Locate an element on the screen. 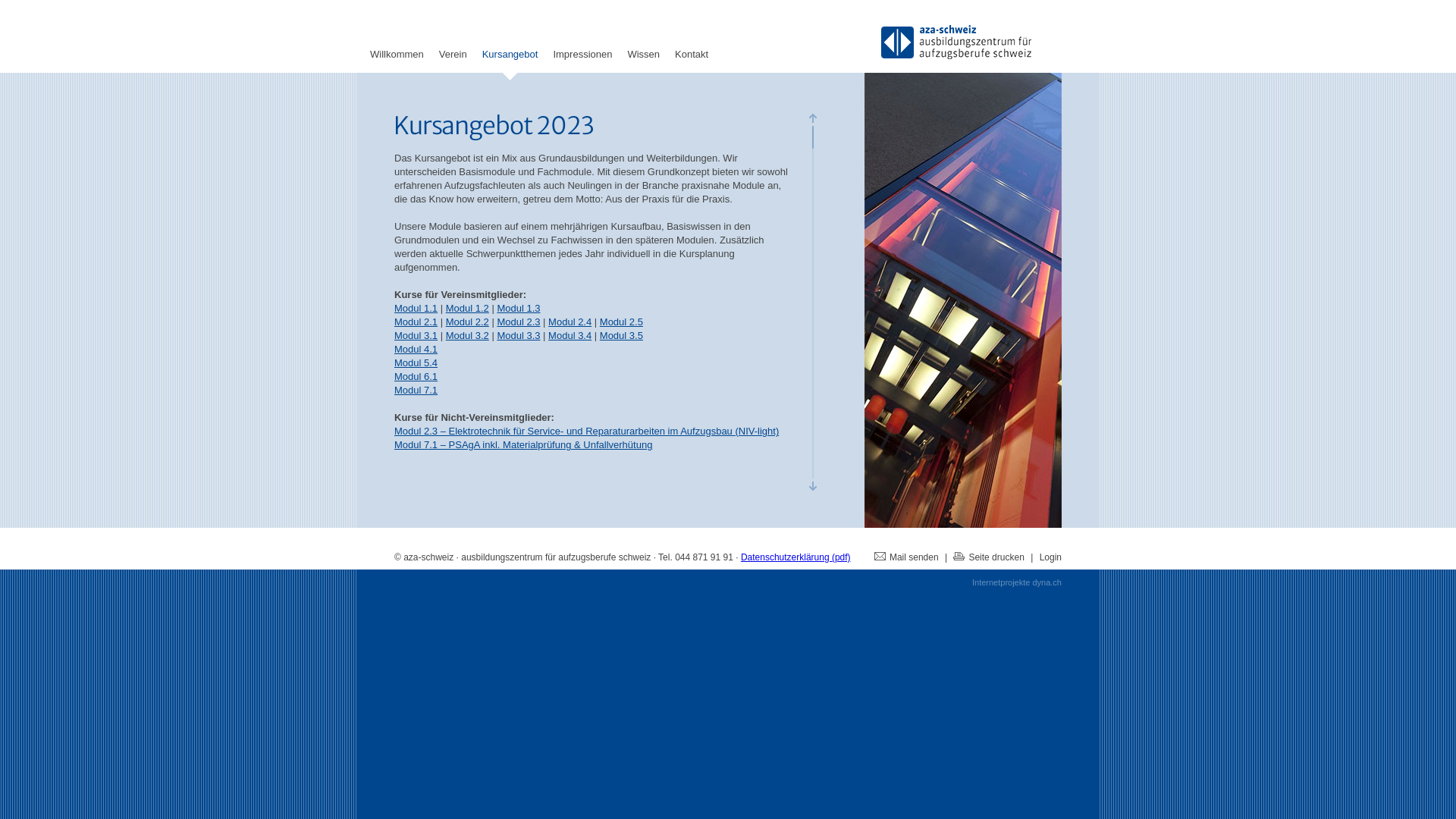 Image resolution: width=1456 pixels, height=819 pixels. 'Modul 2.5' is located at coordinates (599, 321).